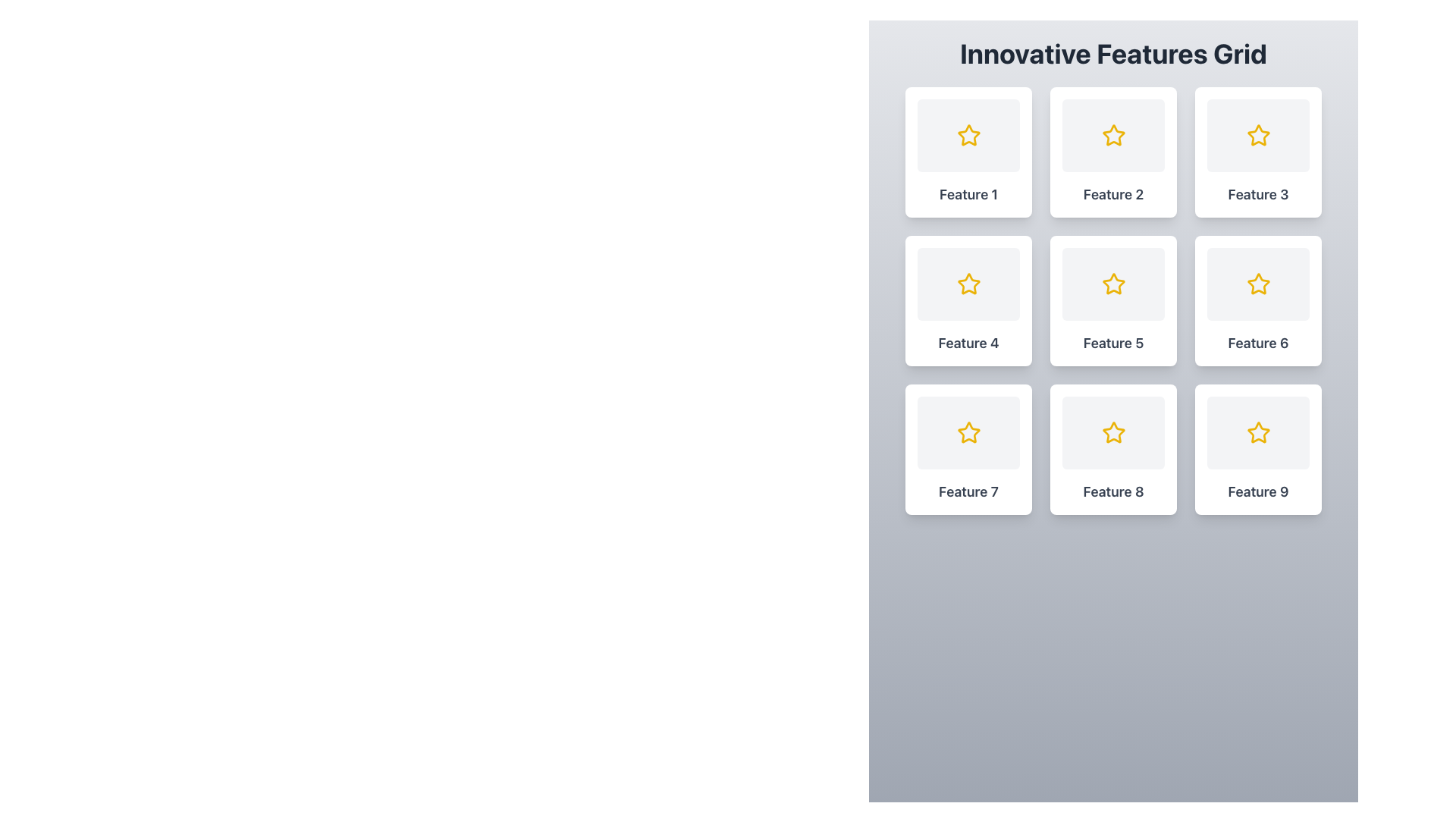 The height and width of the screenshot is (819, 1456). What do you see at coordinates (1113, 134) in the screenshot?
I see `the Rating Star Icon with a yellow border located in the second column of the 'Innovative Features Grid'` at bounding box center [1113, 134].